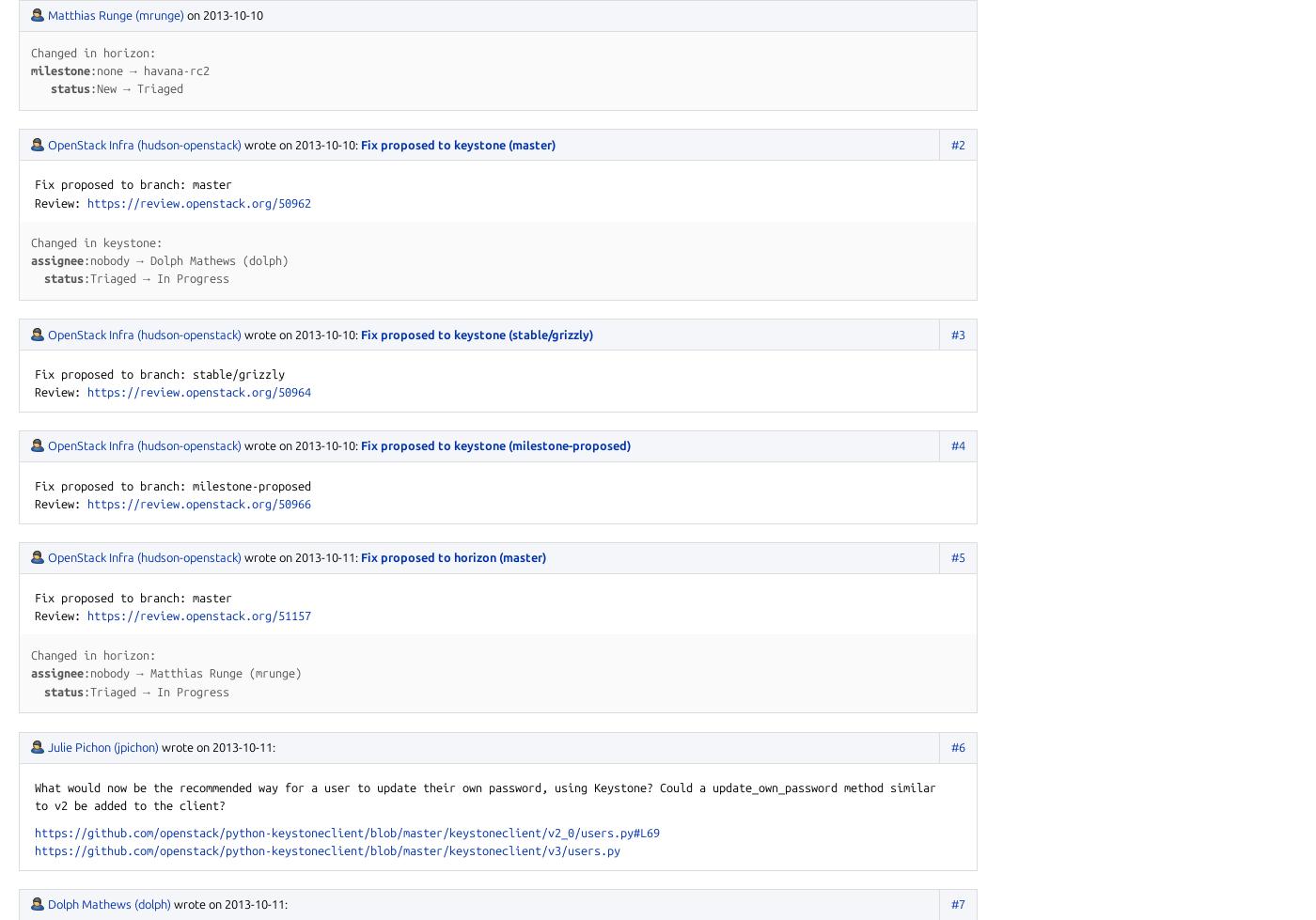  Describe the element at coordinates (958, 333) in the screenshot. I see `'#3'` at that location.